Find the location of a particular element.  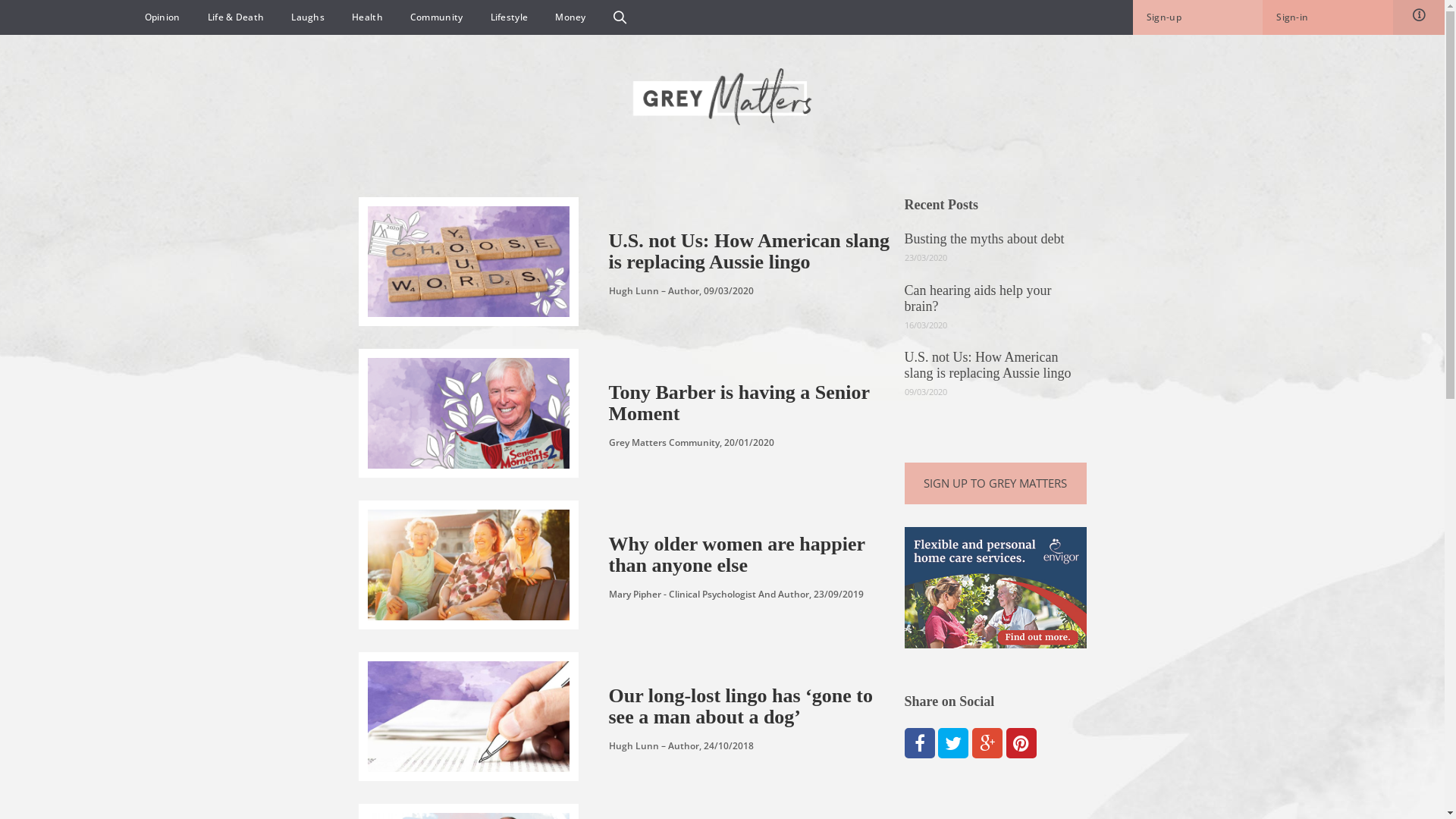

'Lifestyle' is located at coordinates (510, 17).